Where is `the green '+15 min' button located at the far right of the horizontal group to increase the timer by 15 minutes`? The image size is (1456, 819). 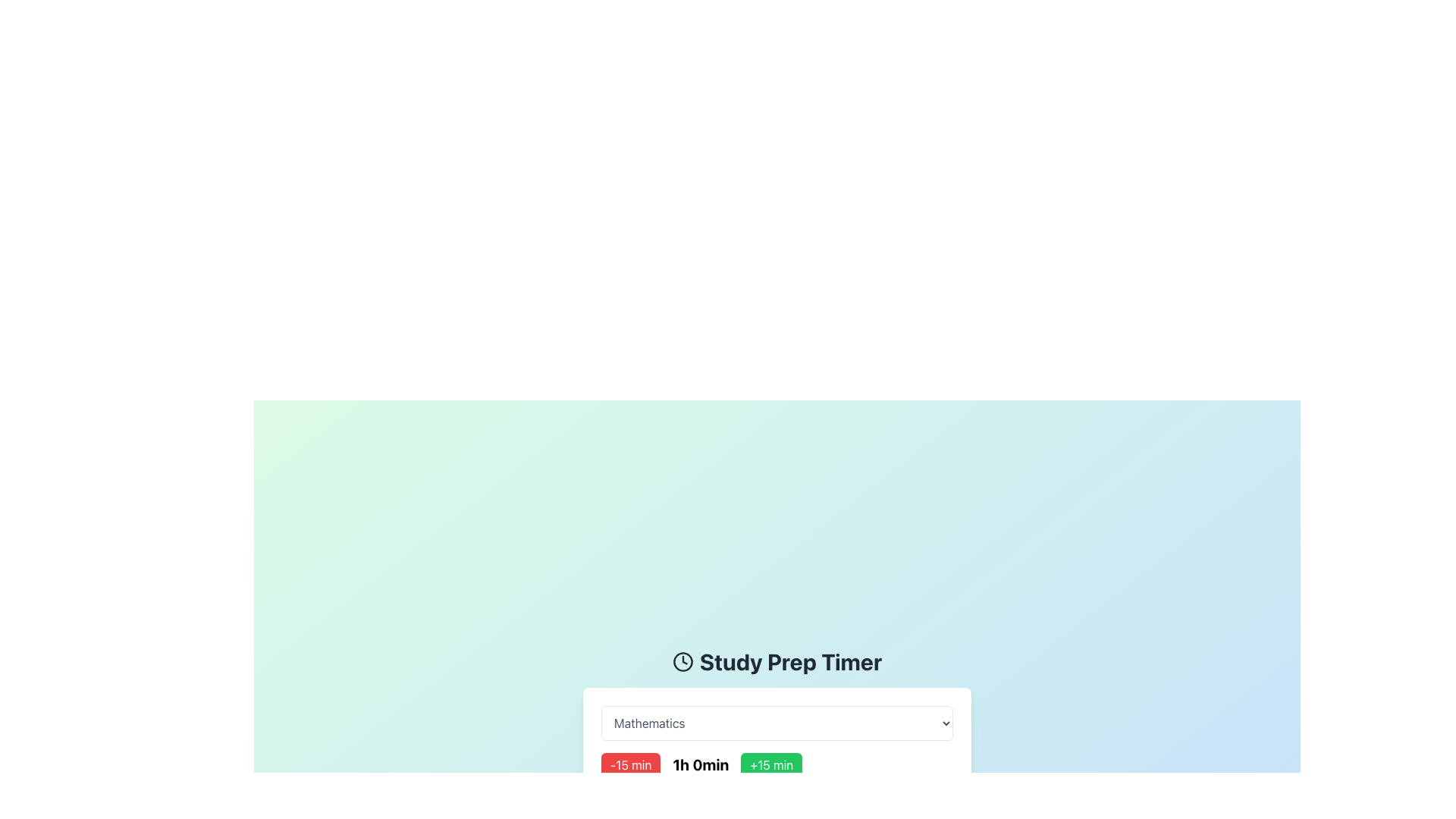
the green '+15 min' button located at the far right of the horizontal group to increase the timer by 15 minutes is located at coordinates (771, 765).